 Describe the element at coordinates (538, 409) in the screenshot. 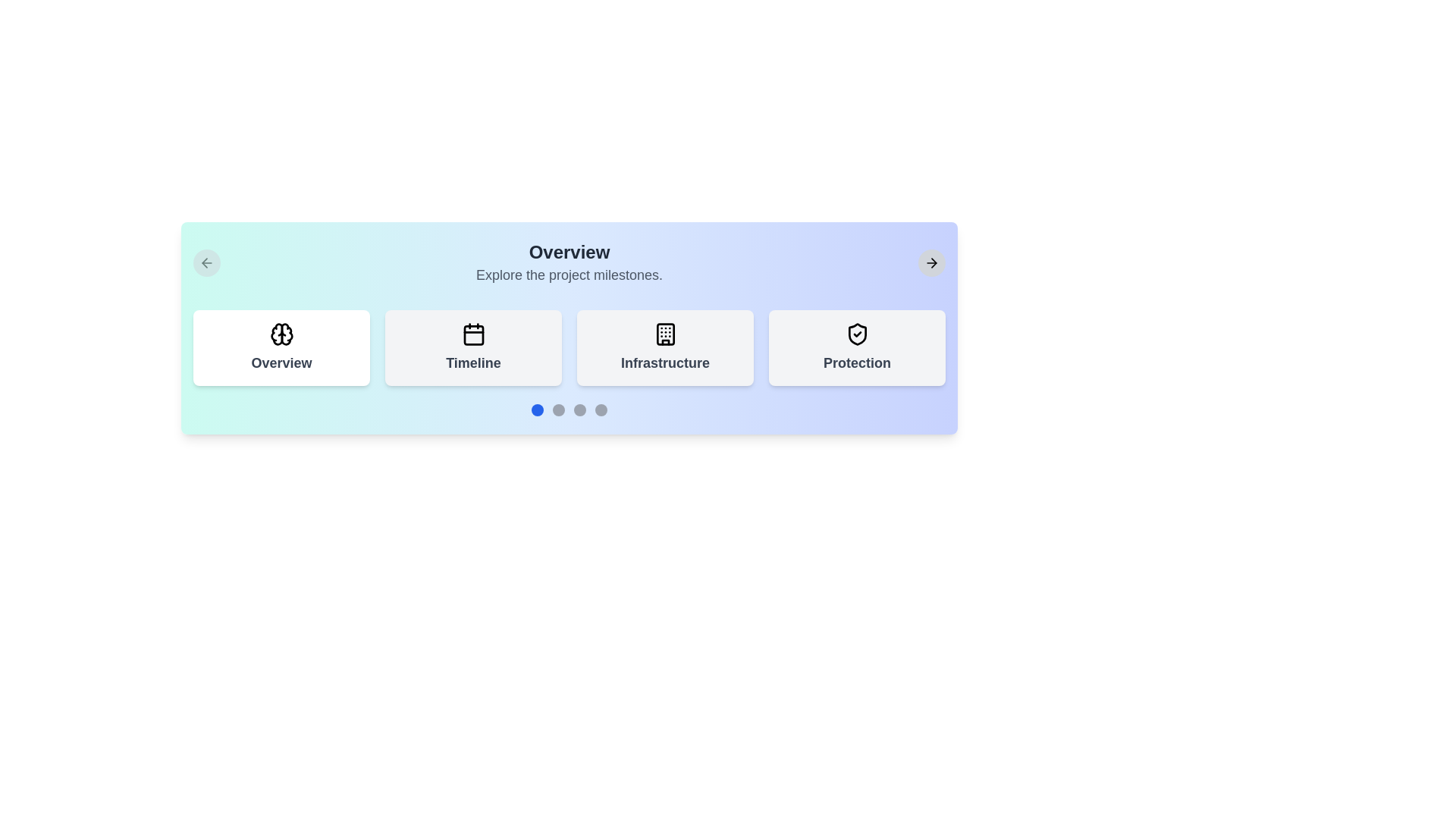

I see `the highlighted blue circular navigation indicator in the carousel, which is the leftmost dot positioned in the lower-central part of the interface` at that location.